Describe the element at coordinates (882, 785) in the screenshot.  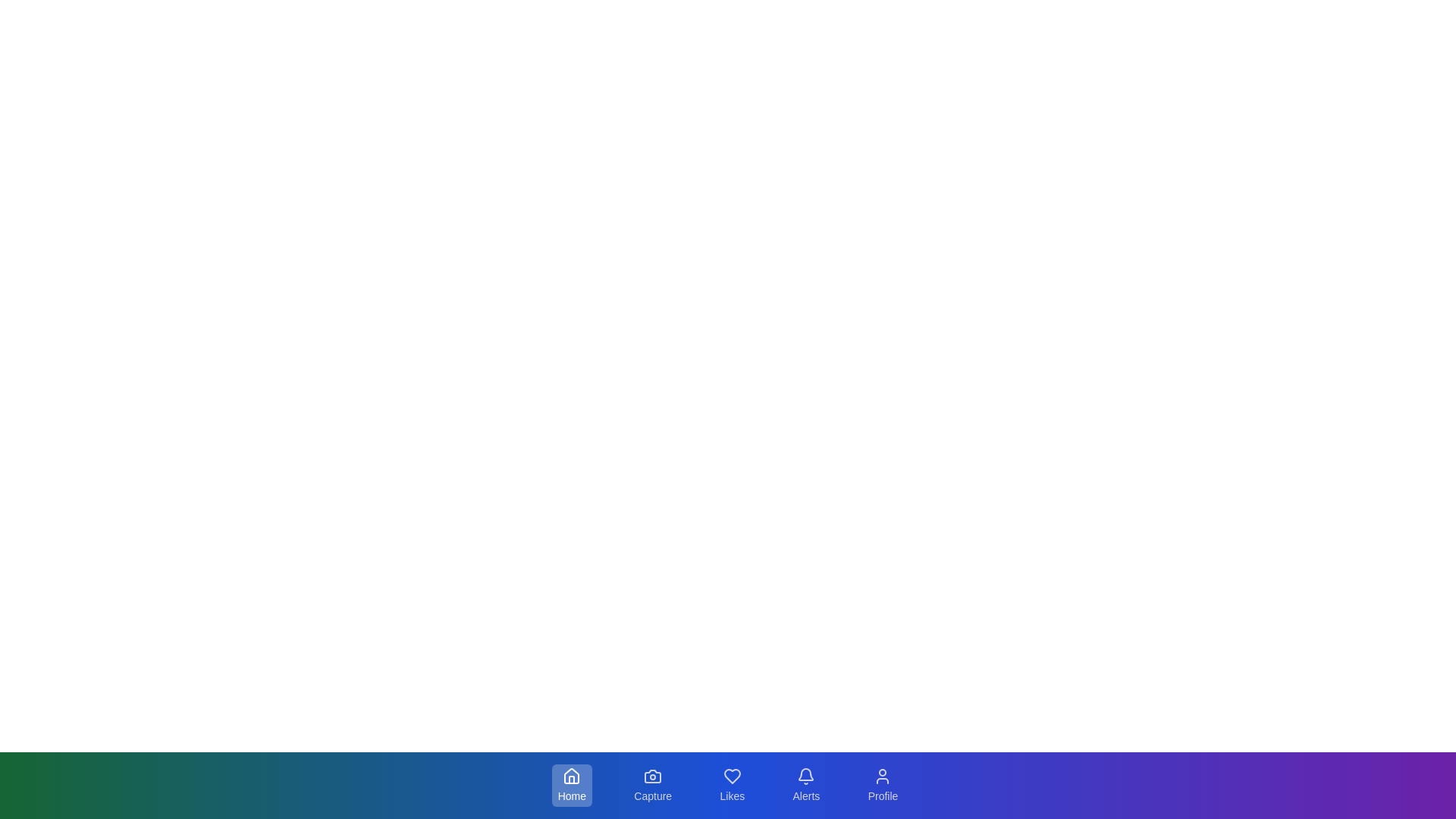
I see `the button labeled Profile to observe the visual feedback` at that location.